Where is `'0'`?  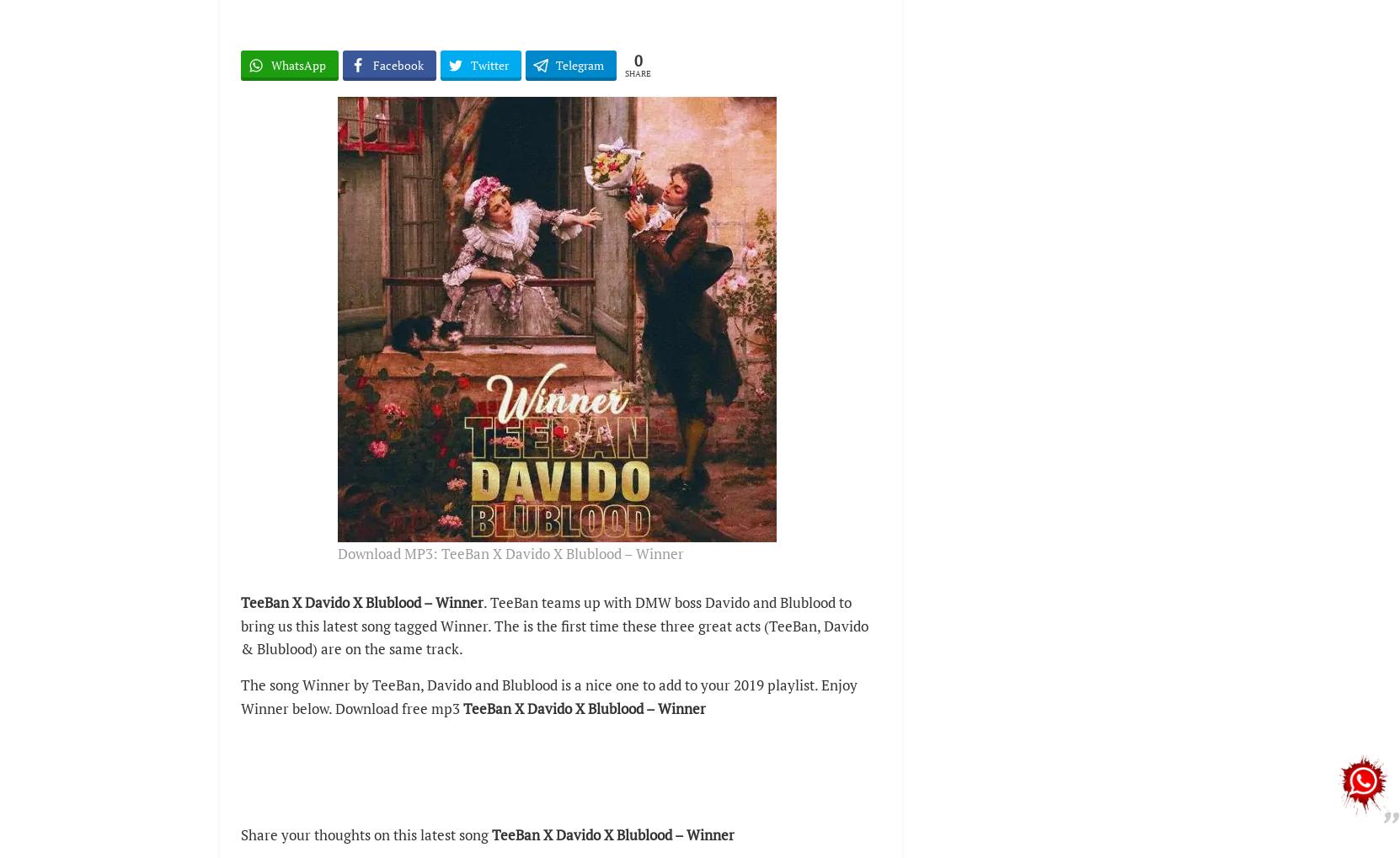
'0' is located at coordinates (633, 61).